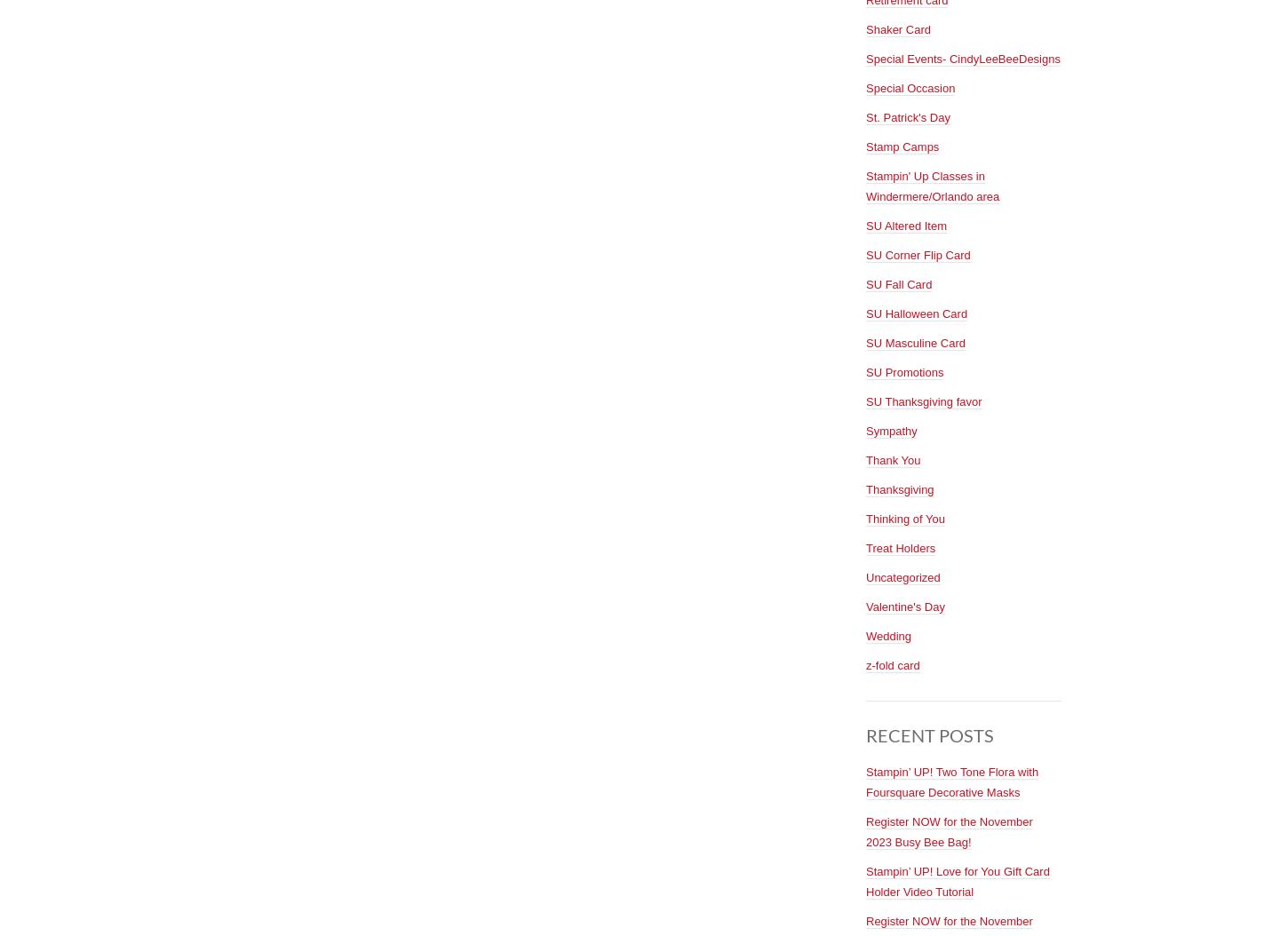 This screenshot has width=1288, height=936. I want to click on 'Recent Posts', so click(930, 733).